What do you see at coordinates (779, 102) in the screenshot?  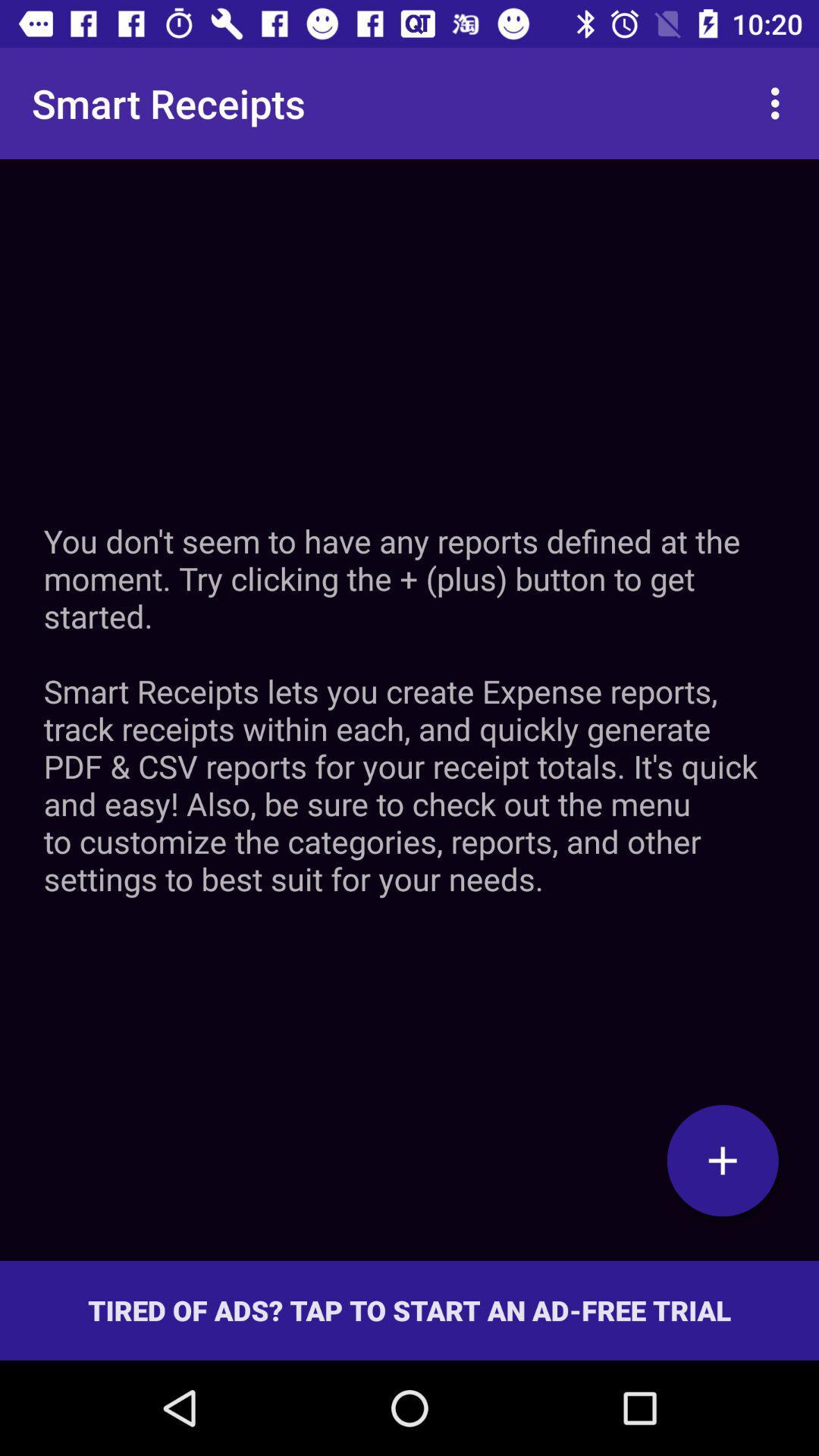 I see `item to the right of smart receipts icon` at bounding box center [779, 102].